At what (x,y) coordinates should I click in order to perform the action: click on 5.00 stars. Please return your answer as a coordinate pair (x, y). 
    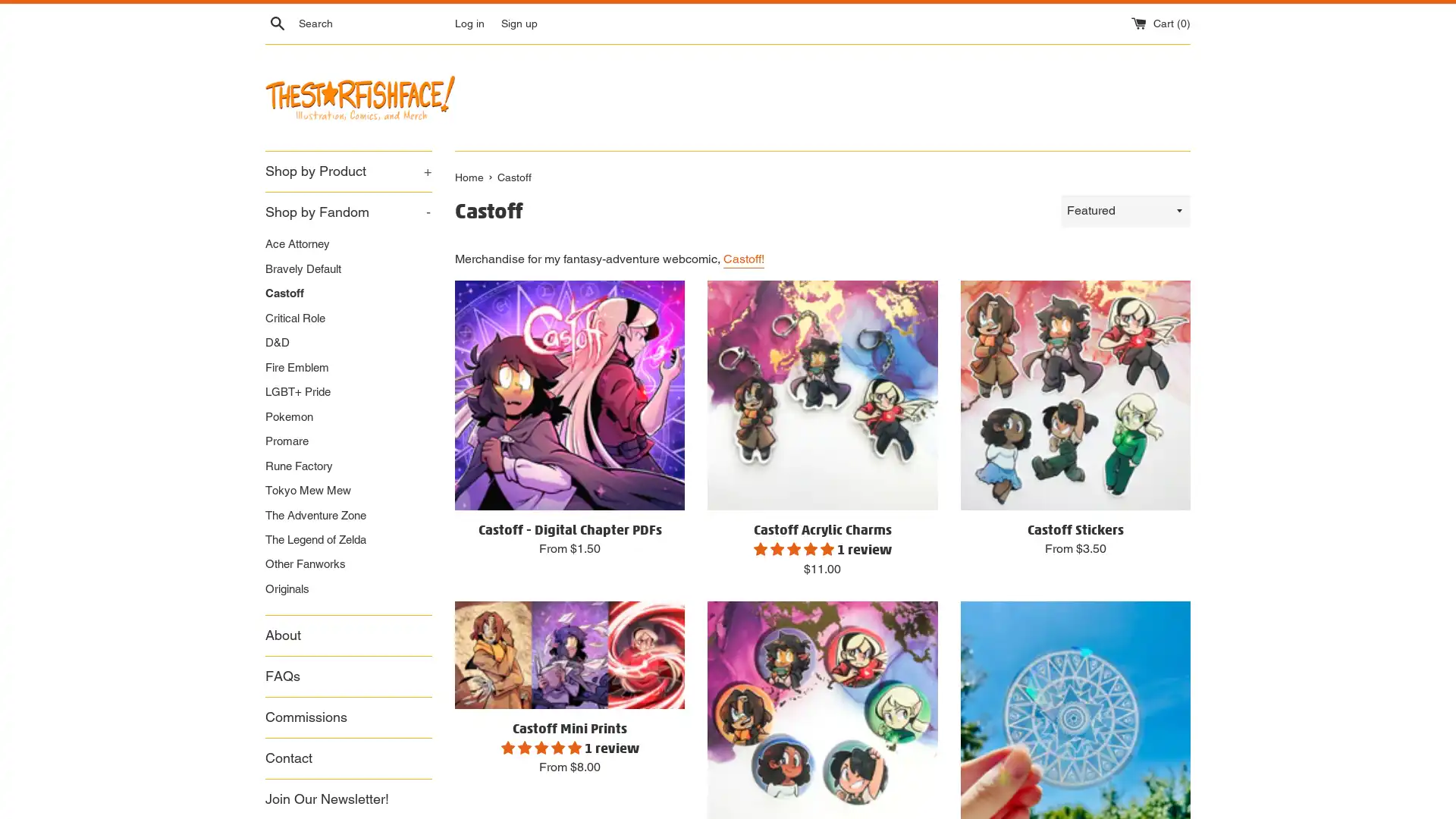
    Looking at the image, I should click on (793, 548).